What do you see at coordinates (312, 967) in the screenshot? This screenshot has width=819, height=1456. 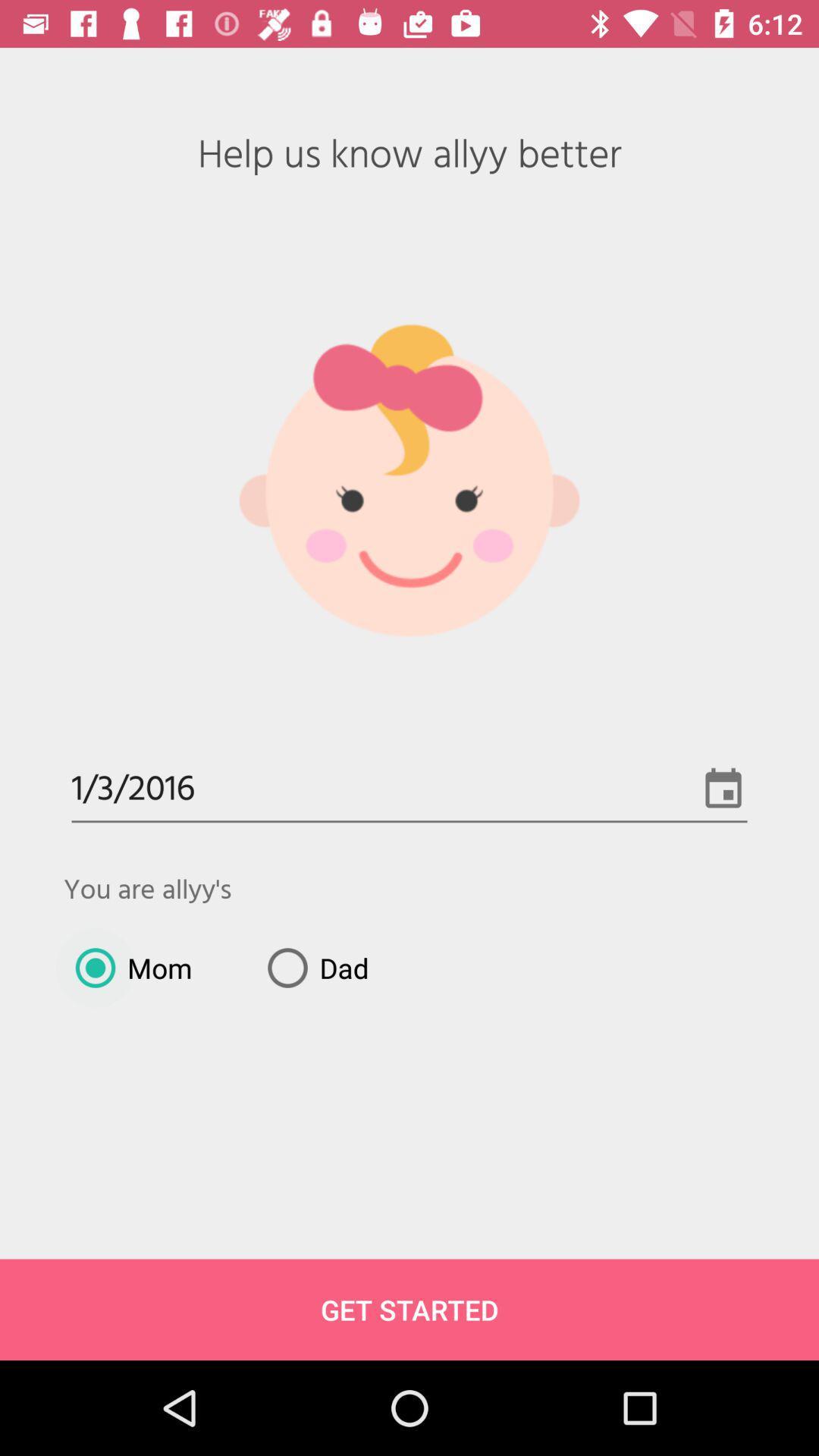 I see `the item below the you are allyy` at bounding box center [312, 967].